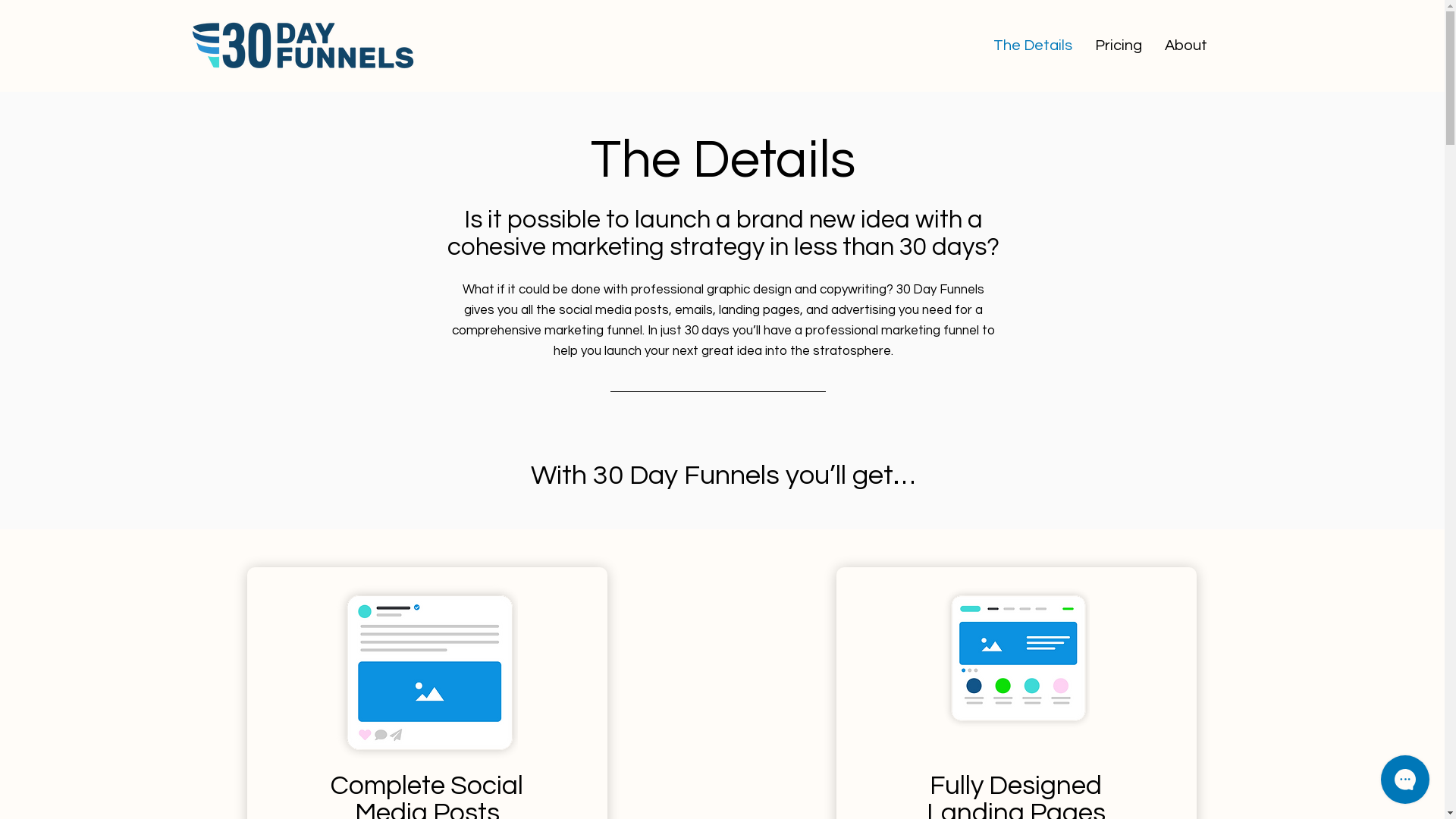 This screenshot has height=819, width=1456. Describe the element at coordinates (1118, 45) in the screenshot. I see `'Pricing'` at that location.